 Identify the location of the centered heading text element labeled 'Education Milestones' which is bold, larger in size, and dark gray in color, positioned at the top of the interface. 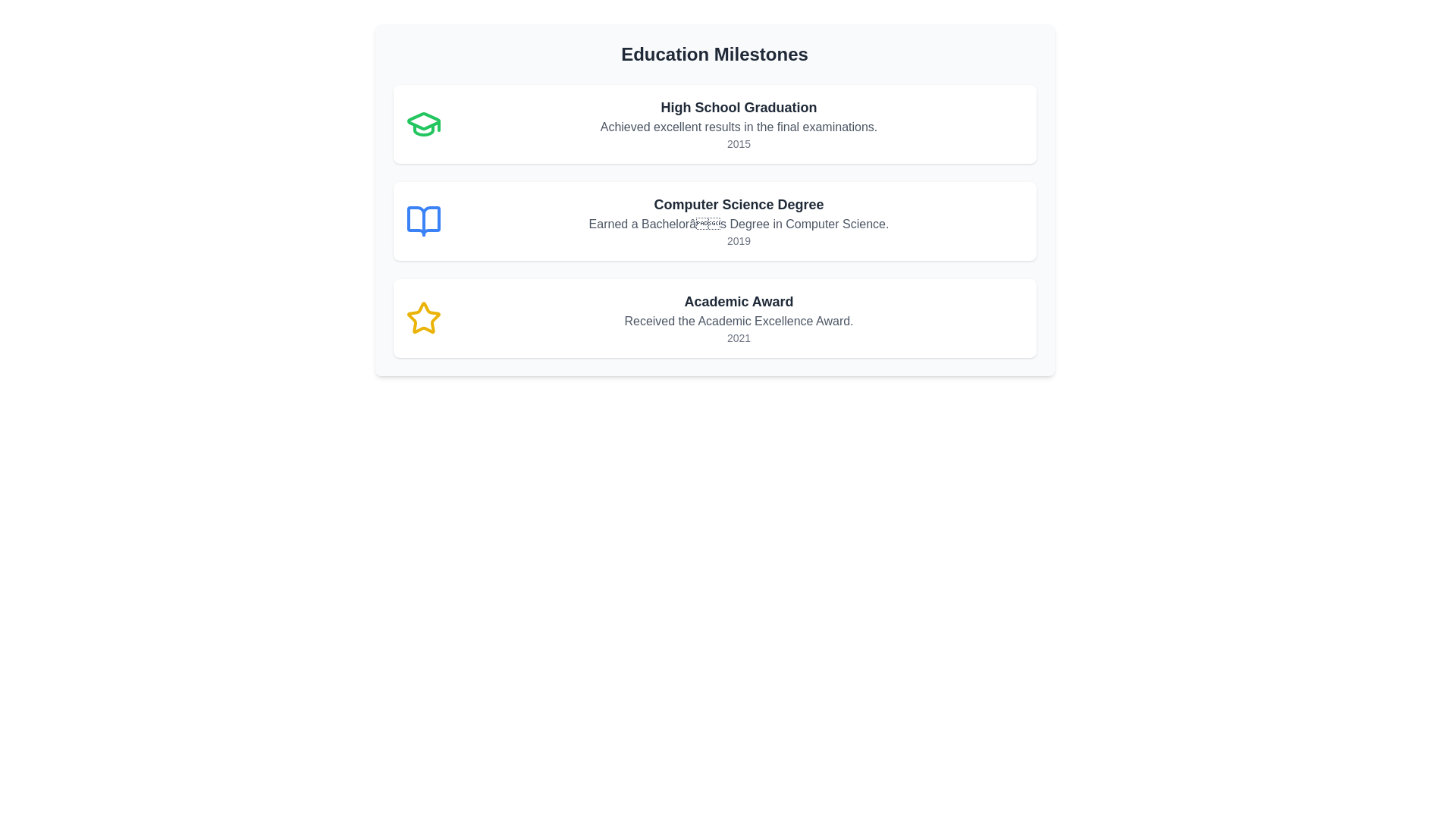
(714, 54).